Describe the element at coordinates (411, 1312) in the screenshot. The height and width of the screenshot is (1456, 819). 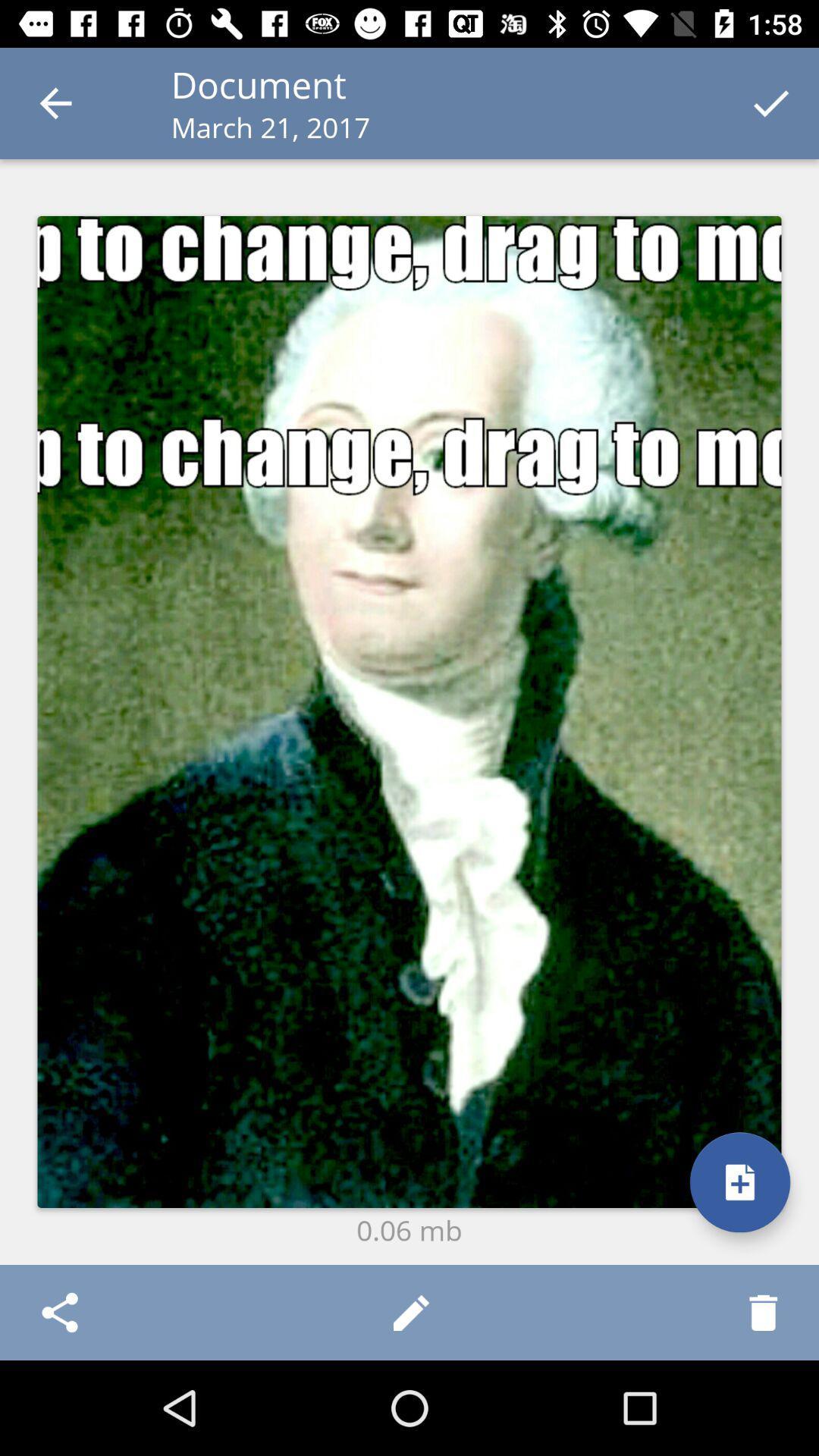
I see `item below the 0.06 mb item` at that location.